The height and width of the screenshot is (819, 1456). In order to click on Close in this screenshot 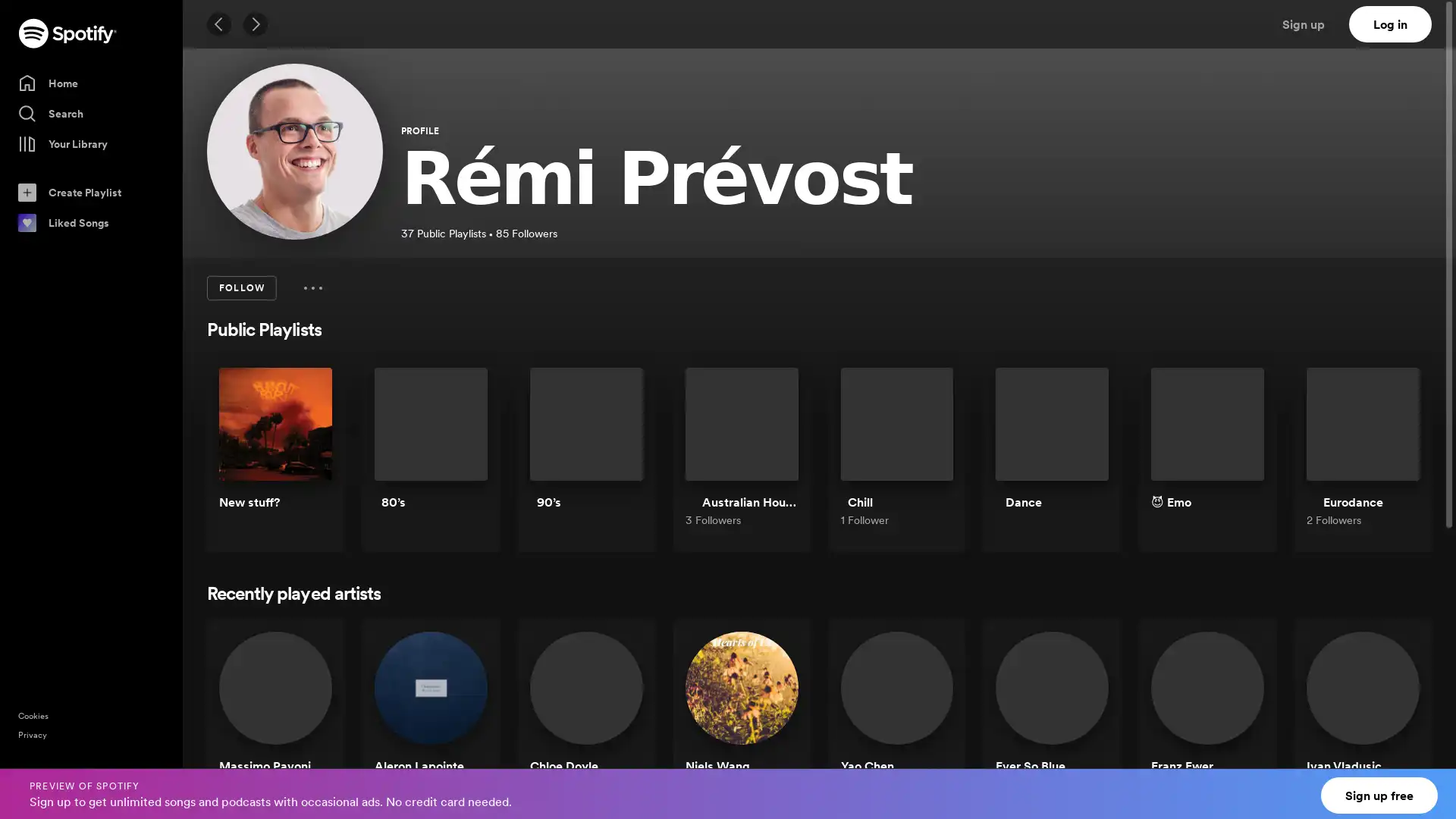, I will do `click(1430, 784)`.